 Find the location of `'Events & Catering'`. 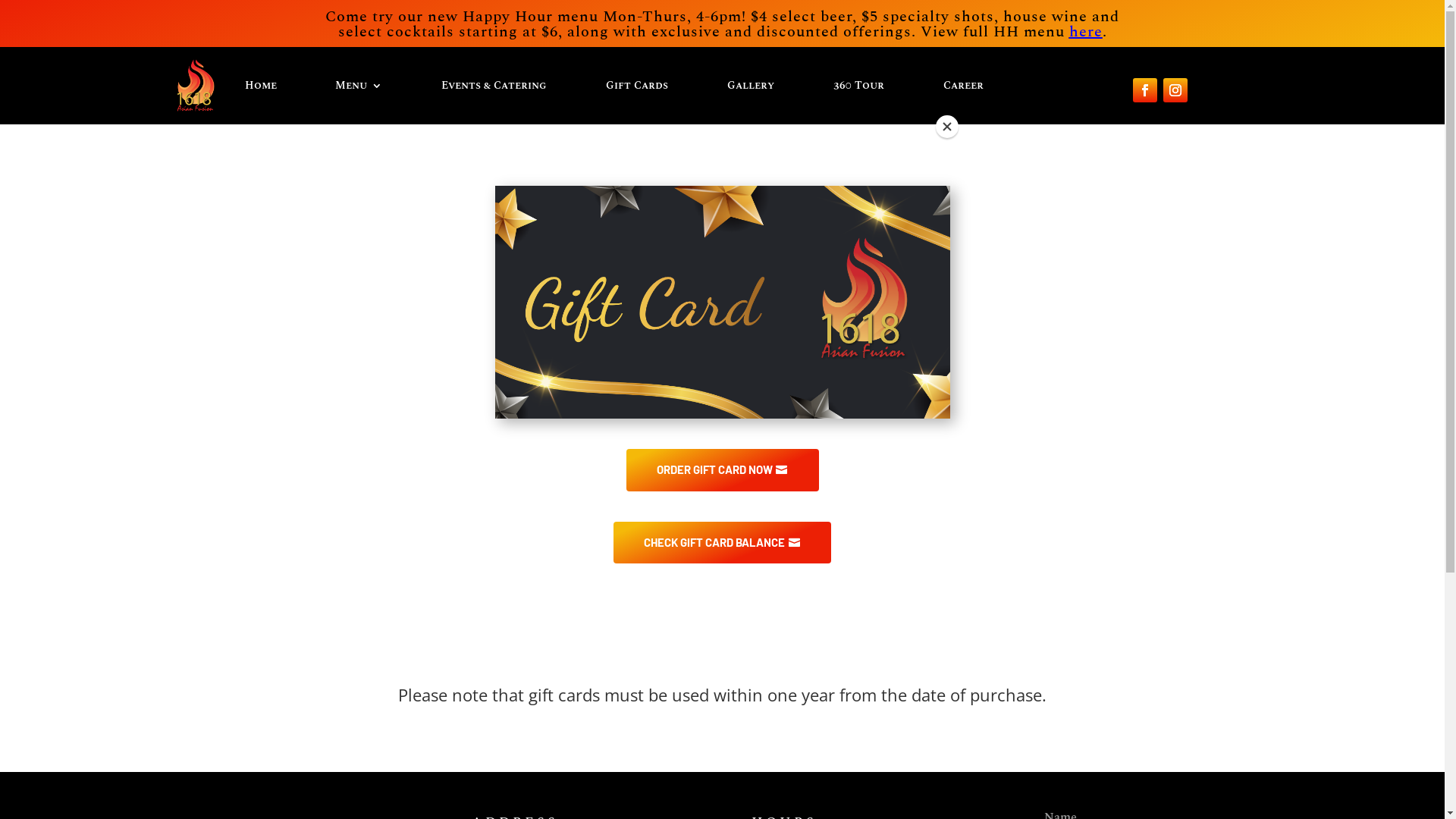

'Events & Catering' is located at coordinates (494, 85).